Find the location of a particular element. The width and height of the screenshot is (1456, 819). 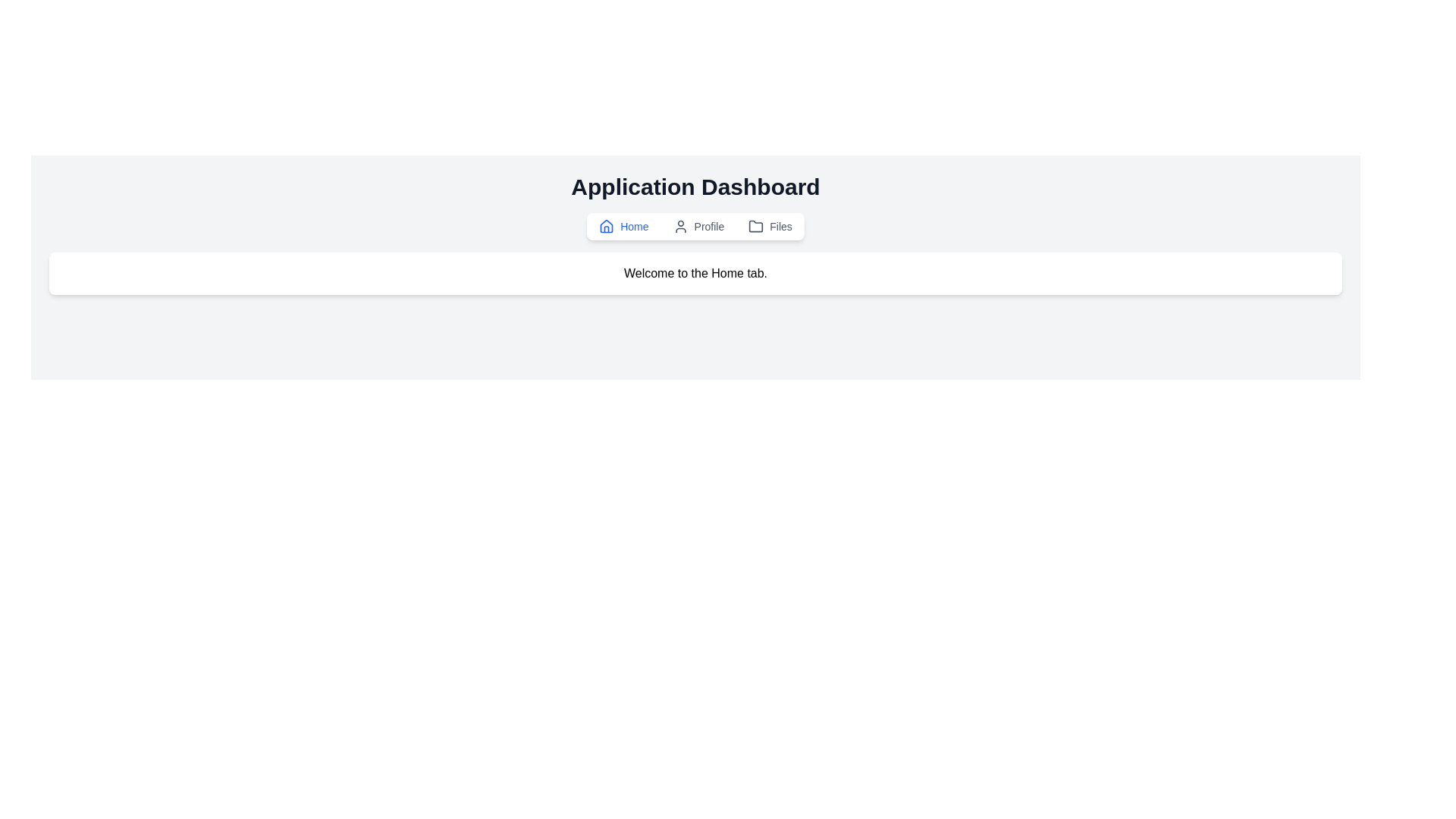

the blue house icon located at the top left of the 'Home' button in the 'Application Dashboard' navigation bar is located at coordinates (607, 227).